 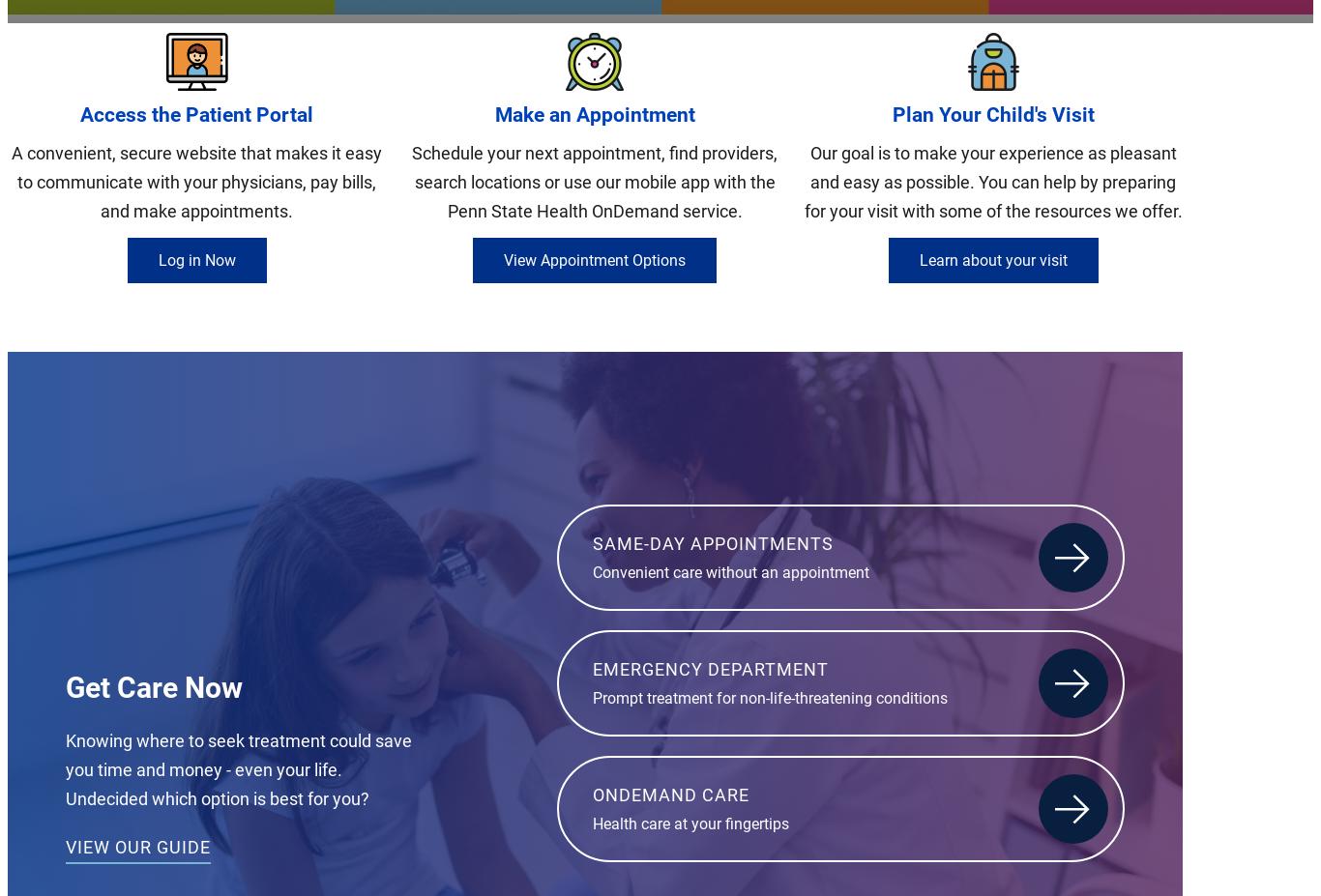 I want to click on 'Plan Your Child's Visit', so click(x=991, y=113).